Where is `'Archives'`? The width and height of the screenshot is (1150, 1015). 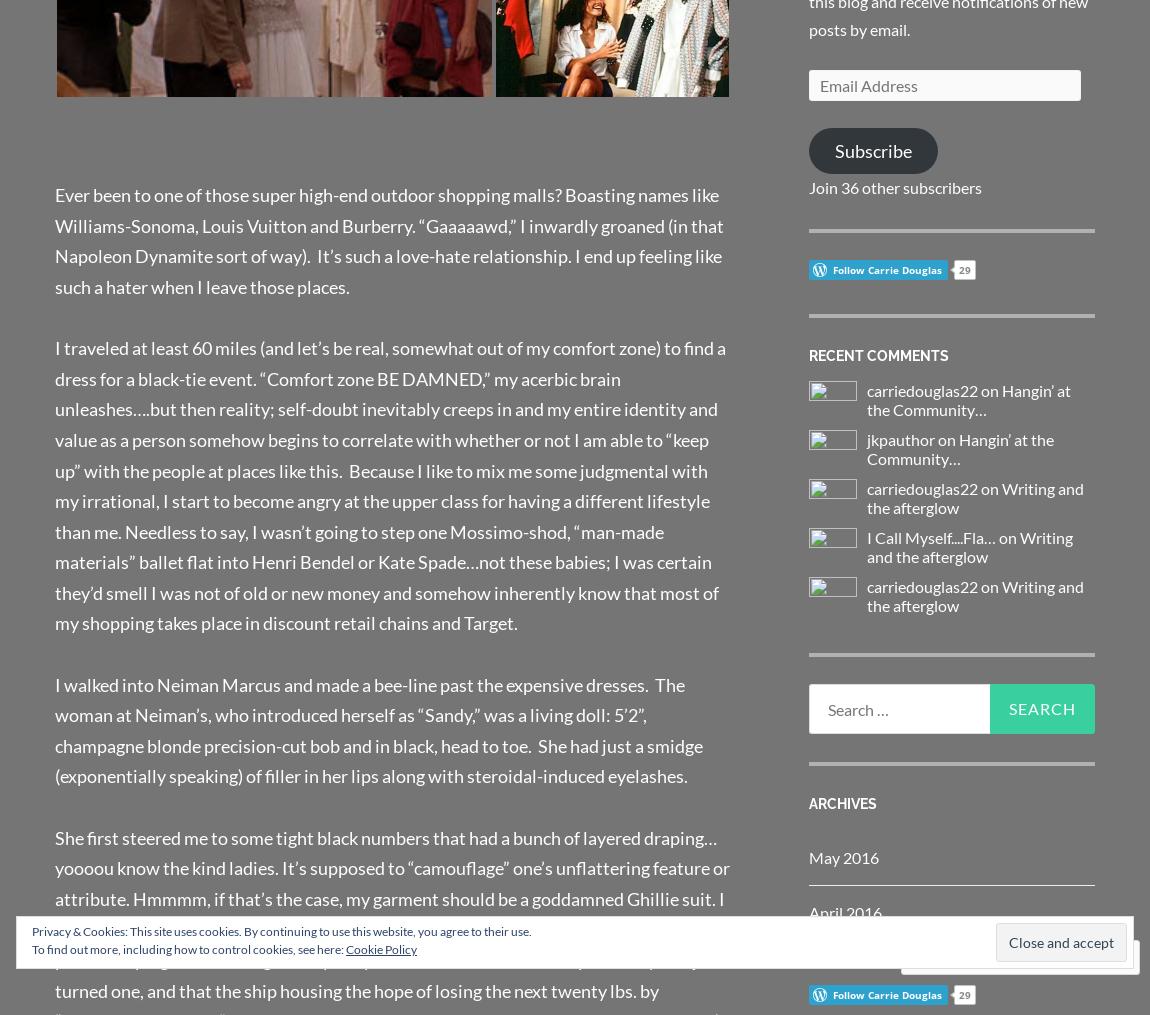
'Archives' is located at coordinates (841, 802).